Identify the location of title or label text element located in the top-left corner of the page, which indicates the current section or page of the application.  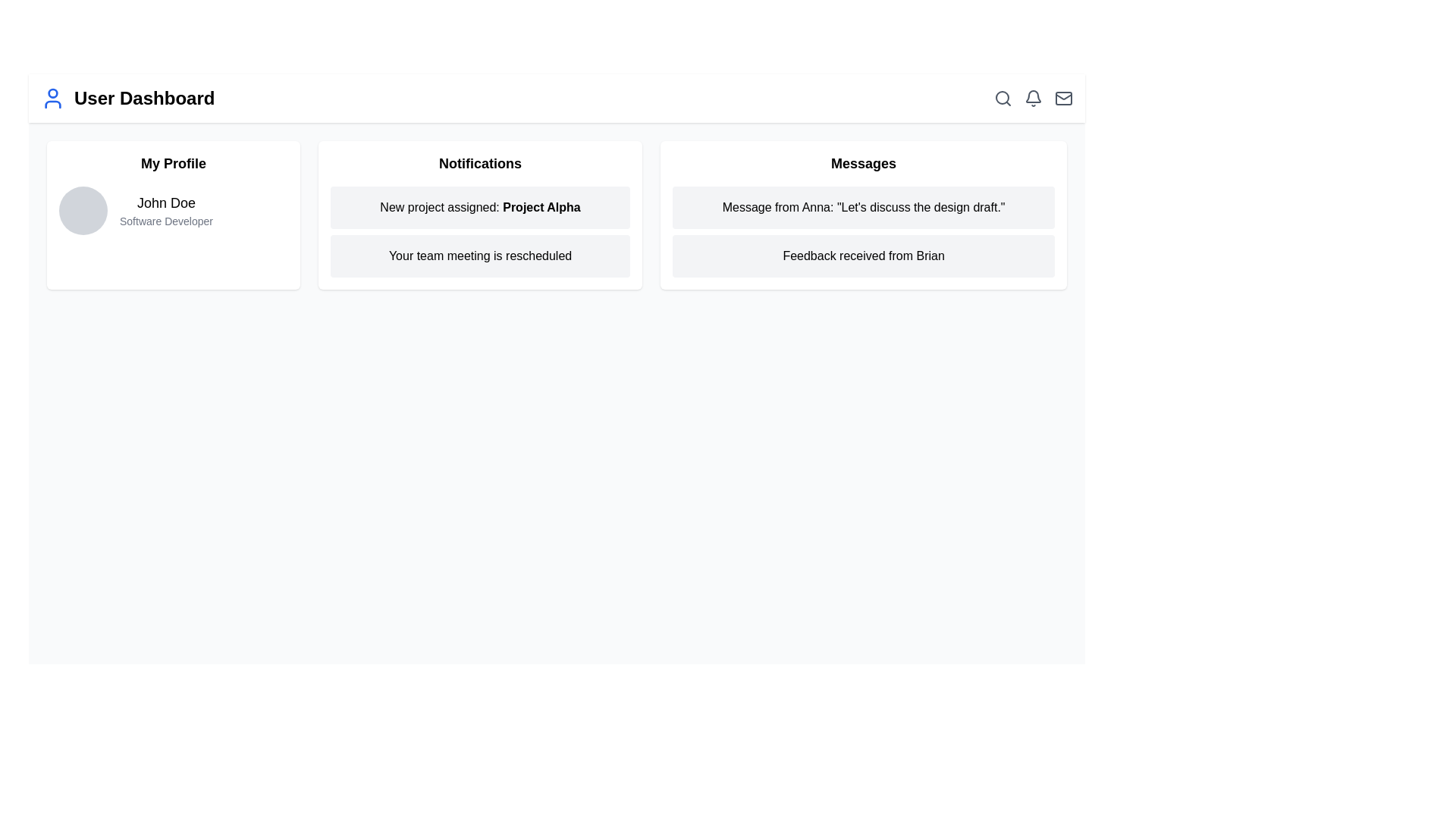
(127, 99).